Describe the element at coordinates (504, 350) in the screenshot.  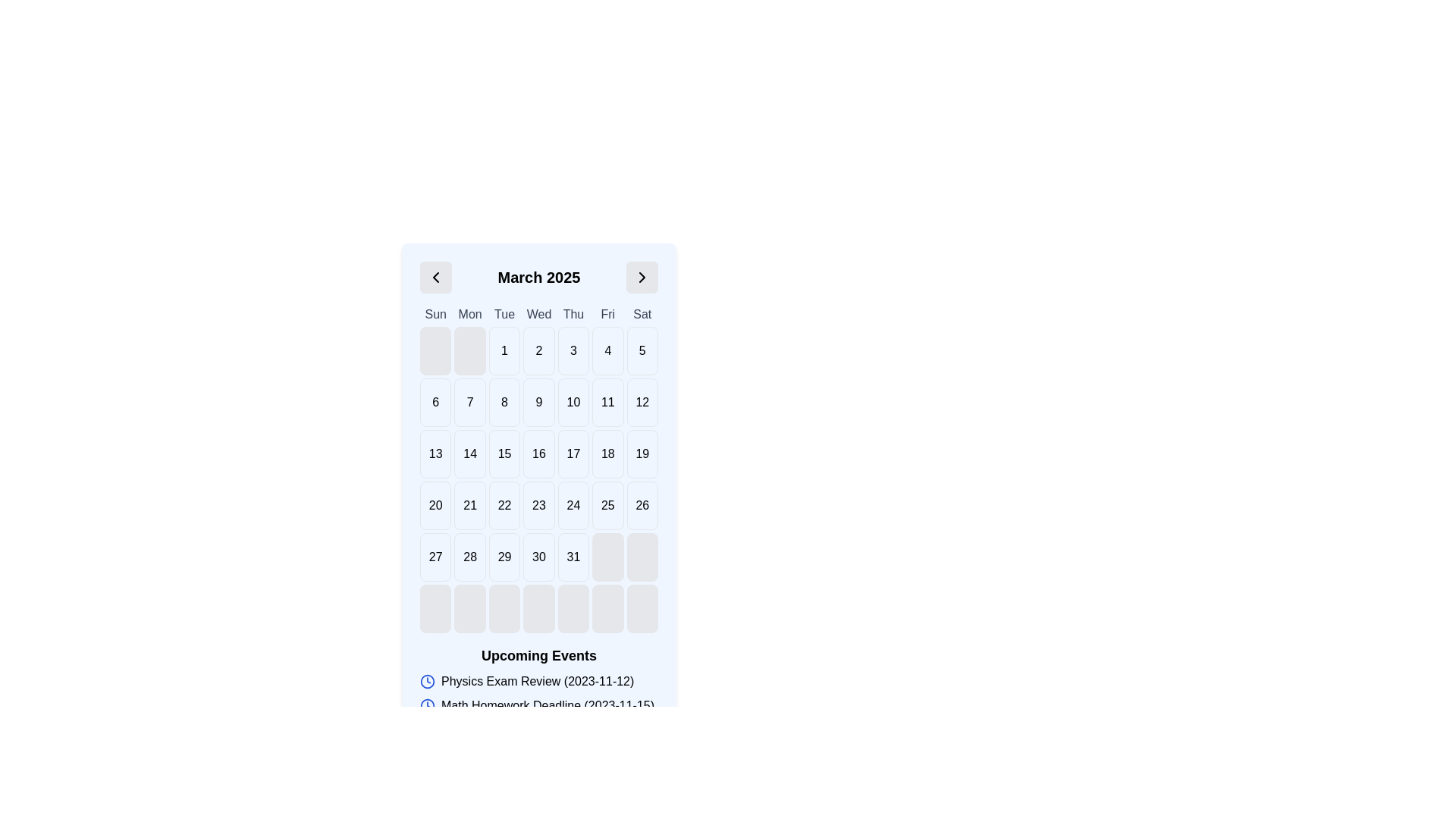
I see `the Calendar day tile displaying the number '1'` at that location.